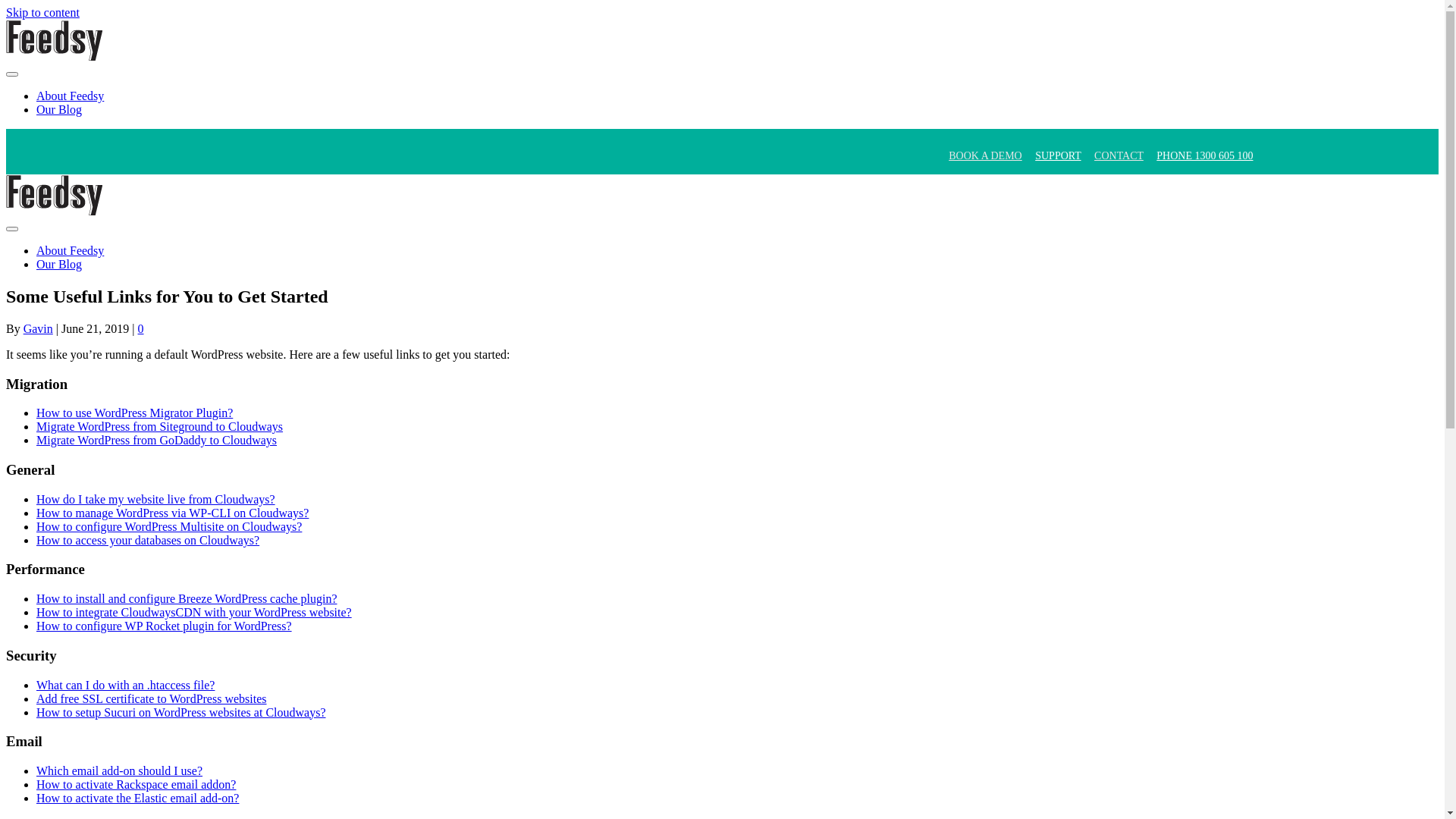 This screenshot has width=1456, height=819. I want to click on 'Which email add-on should I use?', so click(118, 770).